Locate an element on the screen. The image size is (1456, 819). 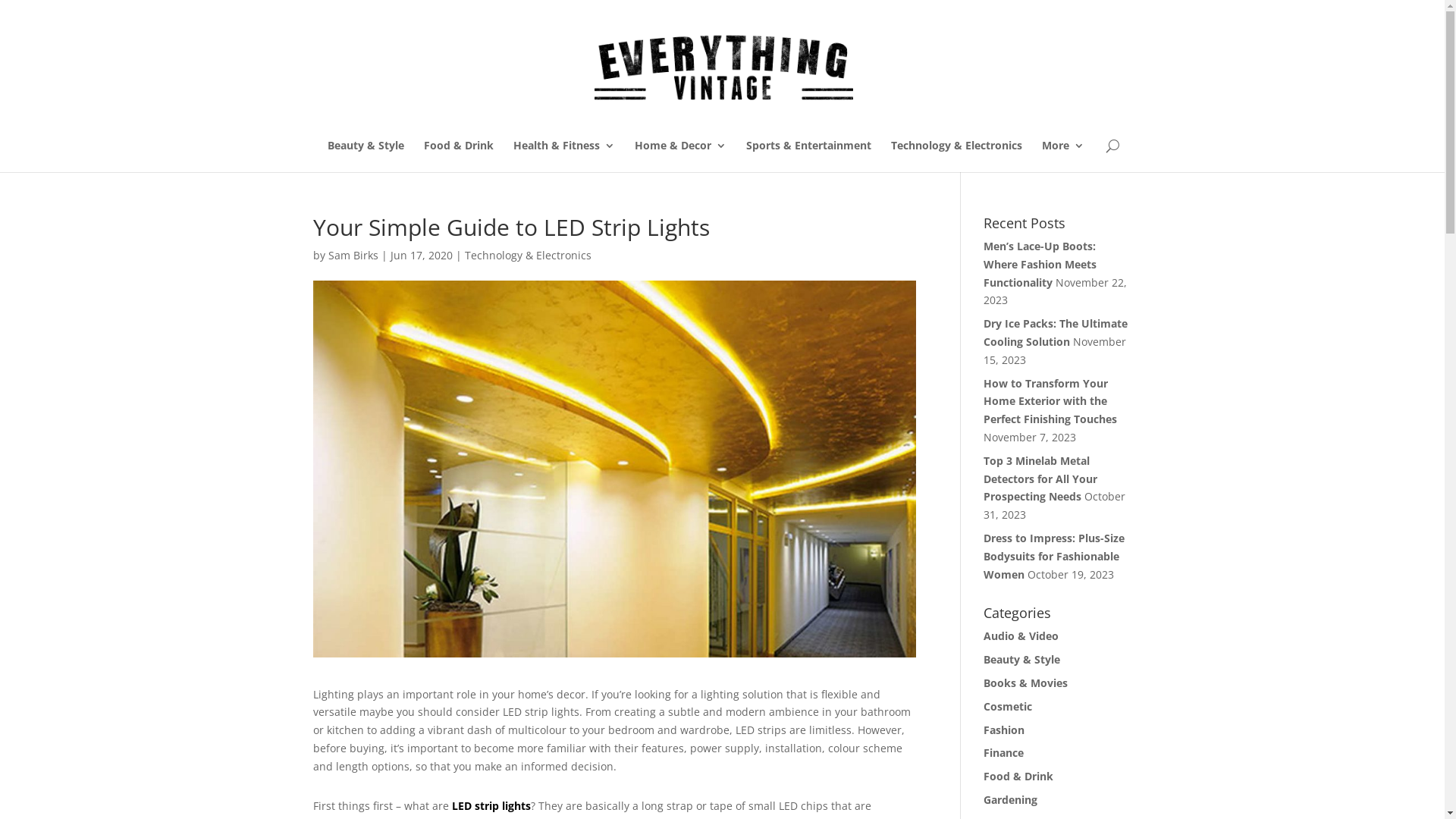
'Books & Movies' is located at coordinates (1025, 682).